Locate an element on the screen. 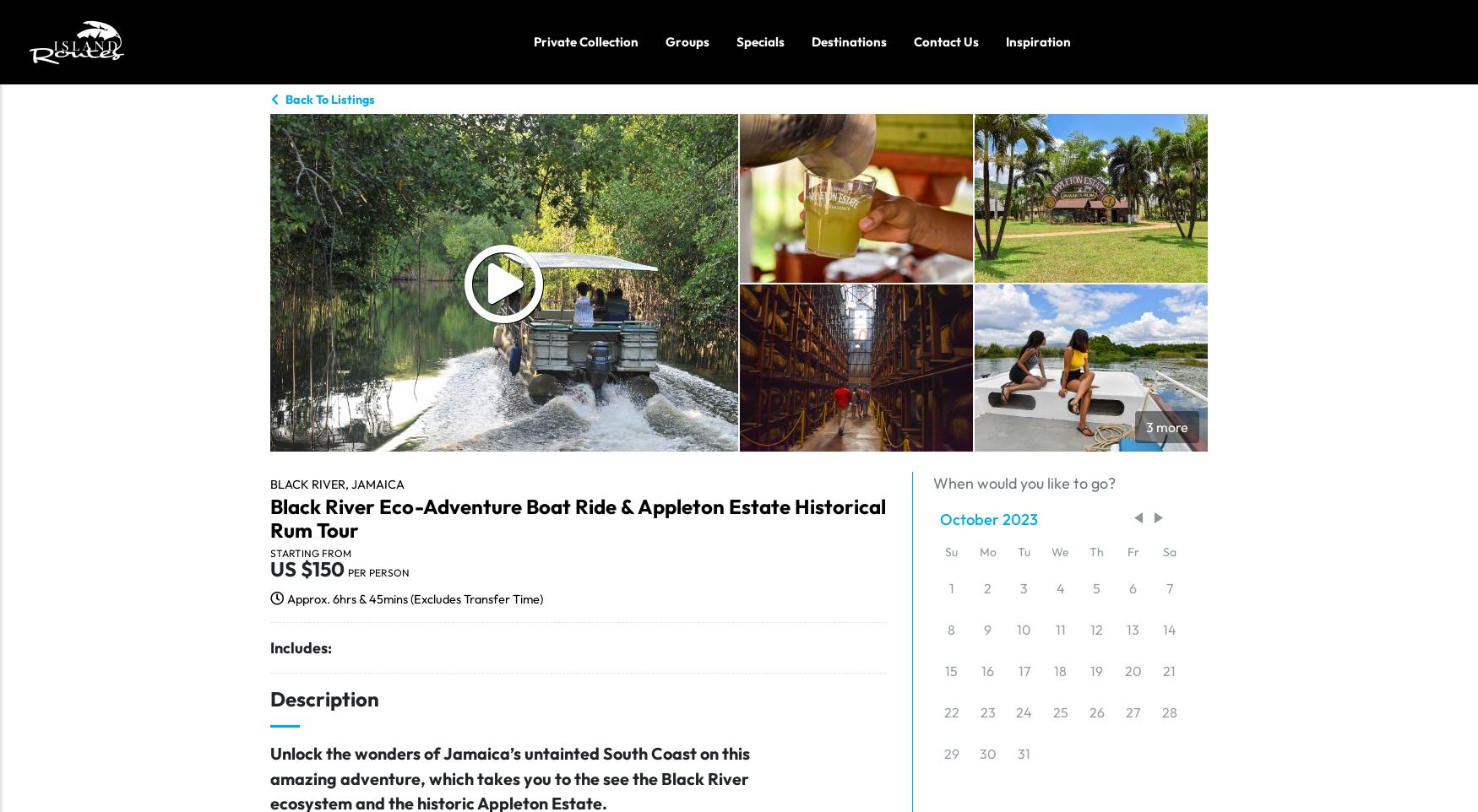 This screenshot has width=1478, height=812. '29' is located at coordinates (950, 751).